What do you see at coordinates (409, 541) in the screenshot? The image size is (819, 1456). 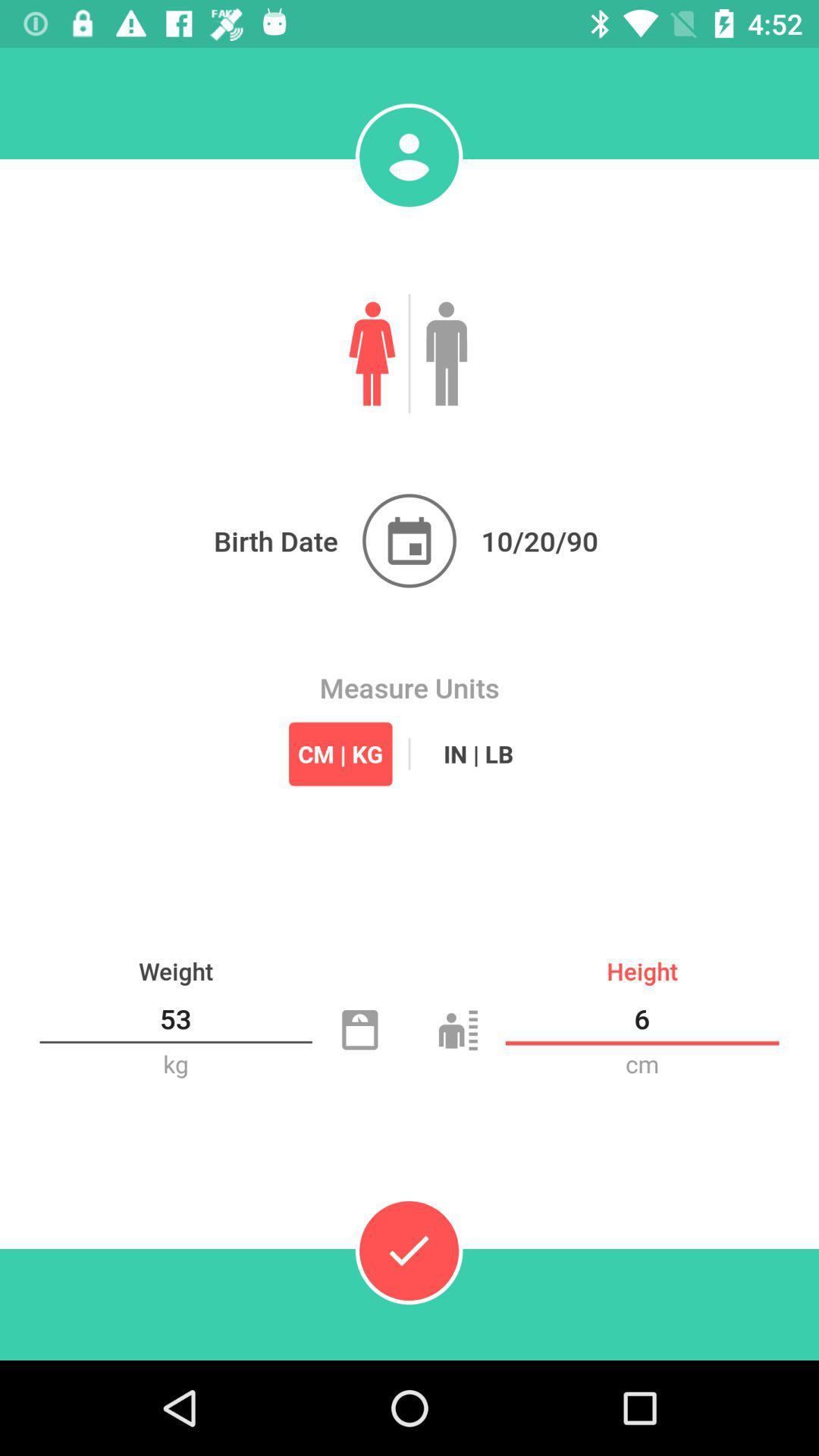 I see `your birth date` at bounding box center [409, 541].